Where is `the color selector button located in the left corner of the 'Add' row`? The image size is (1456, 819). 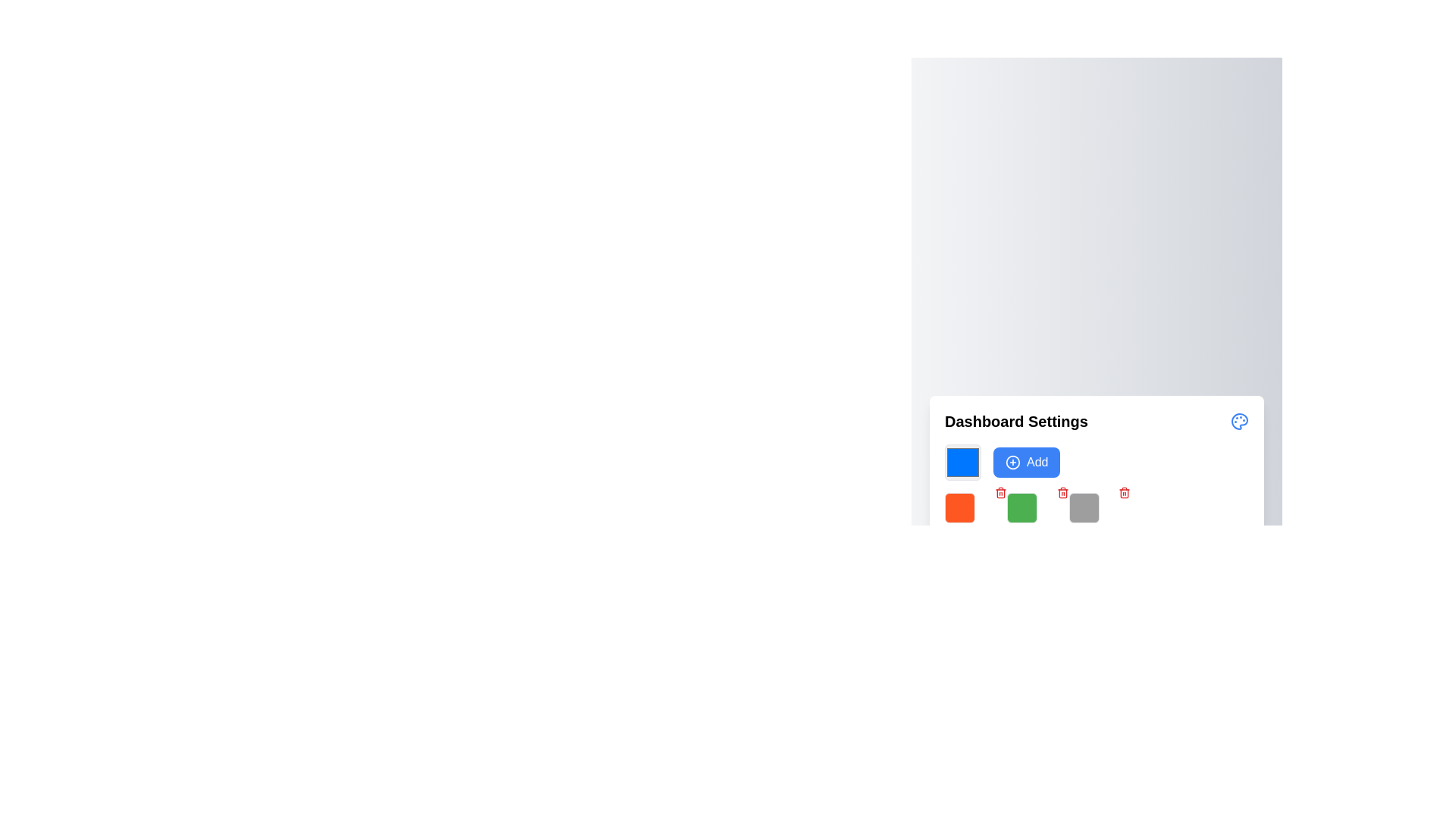 the color selector button located in the left corner of the 'Add' row is located at coordinates (962, 461).